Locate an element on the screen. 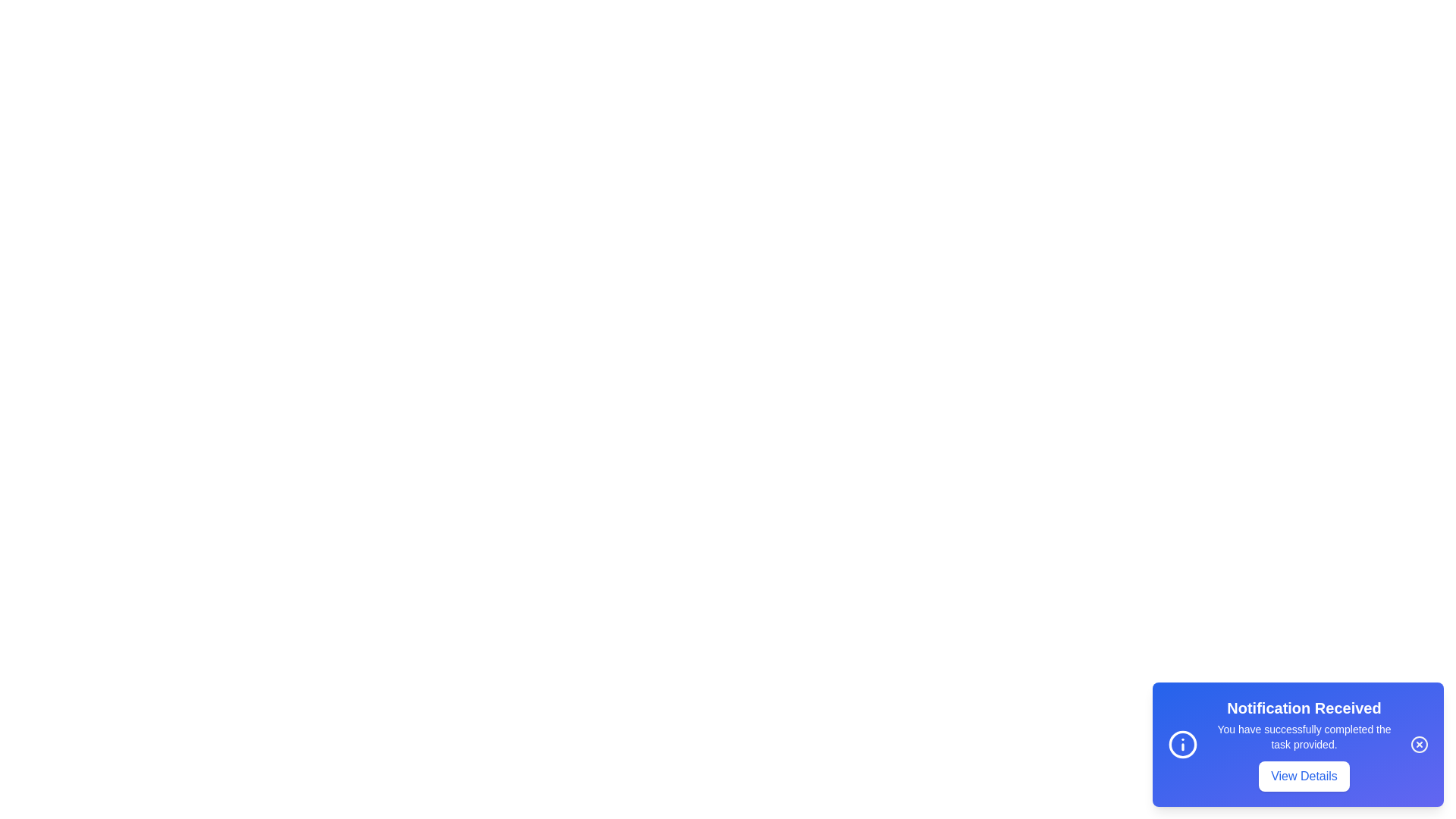  the 'View Details' button is located at coordinates (1303, 776).